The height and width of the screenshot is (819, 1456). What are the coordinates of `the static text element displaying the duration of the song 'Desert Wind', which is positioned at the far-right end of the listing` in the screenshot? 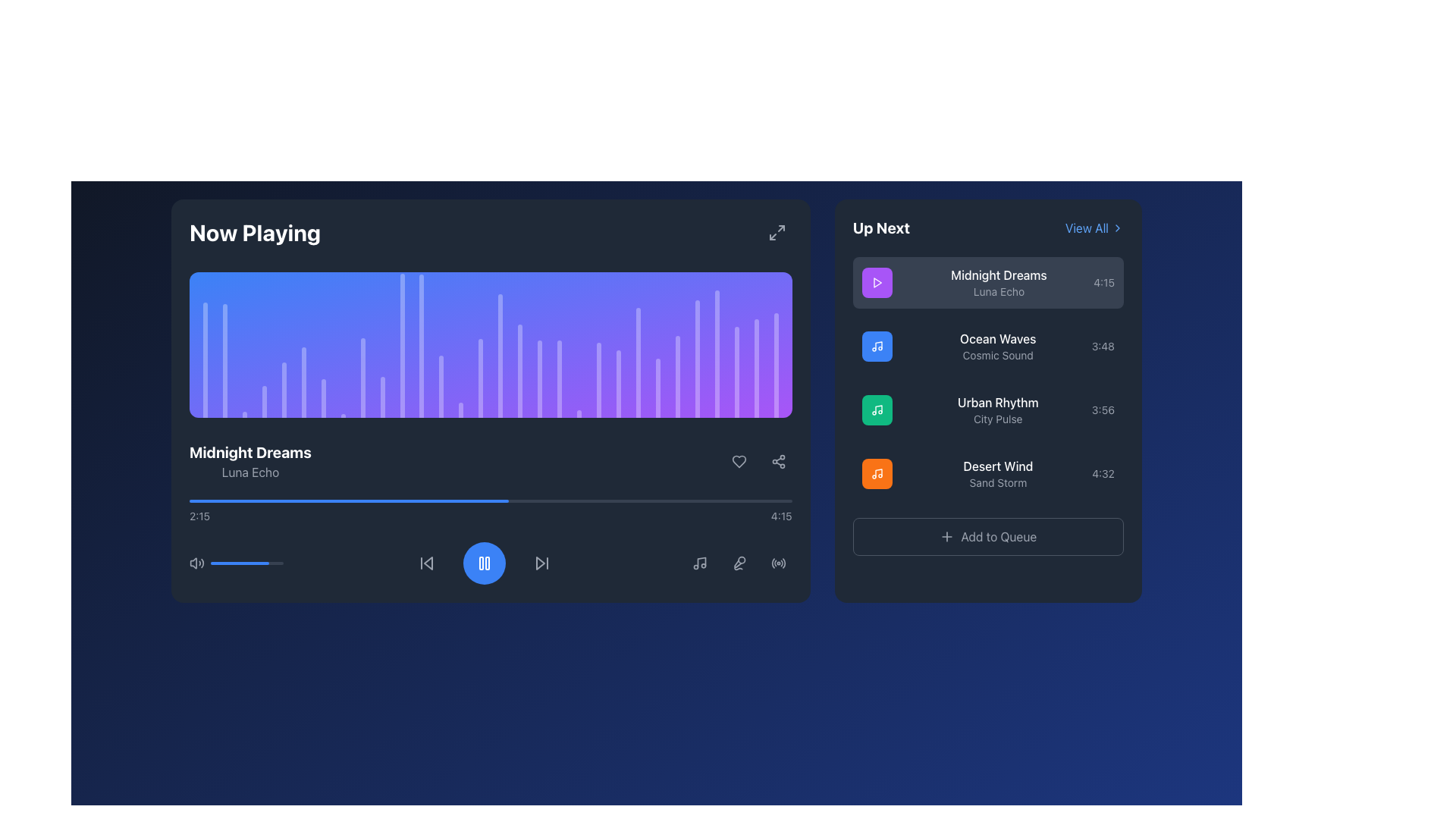 It's located at (1103, 472).